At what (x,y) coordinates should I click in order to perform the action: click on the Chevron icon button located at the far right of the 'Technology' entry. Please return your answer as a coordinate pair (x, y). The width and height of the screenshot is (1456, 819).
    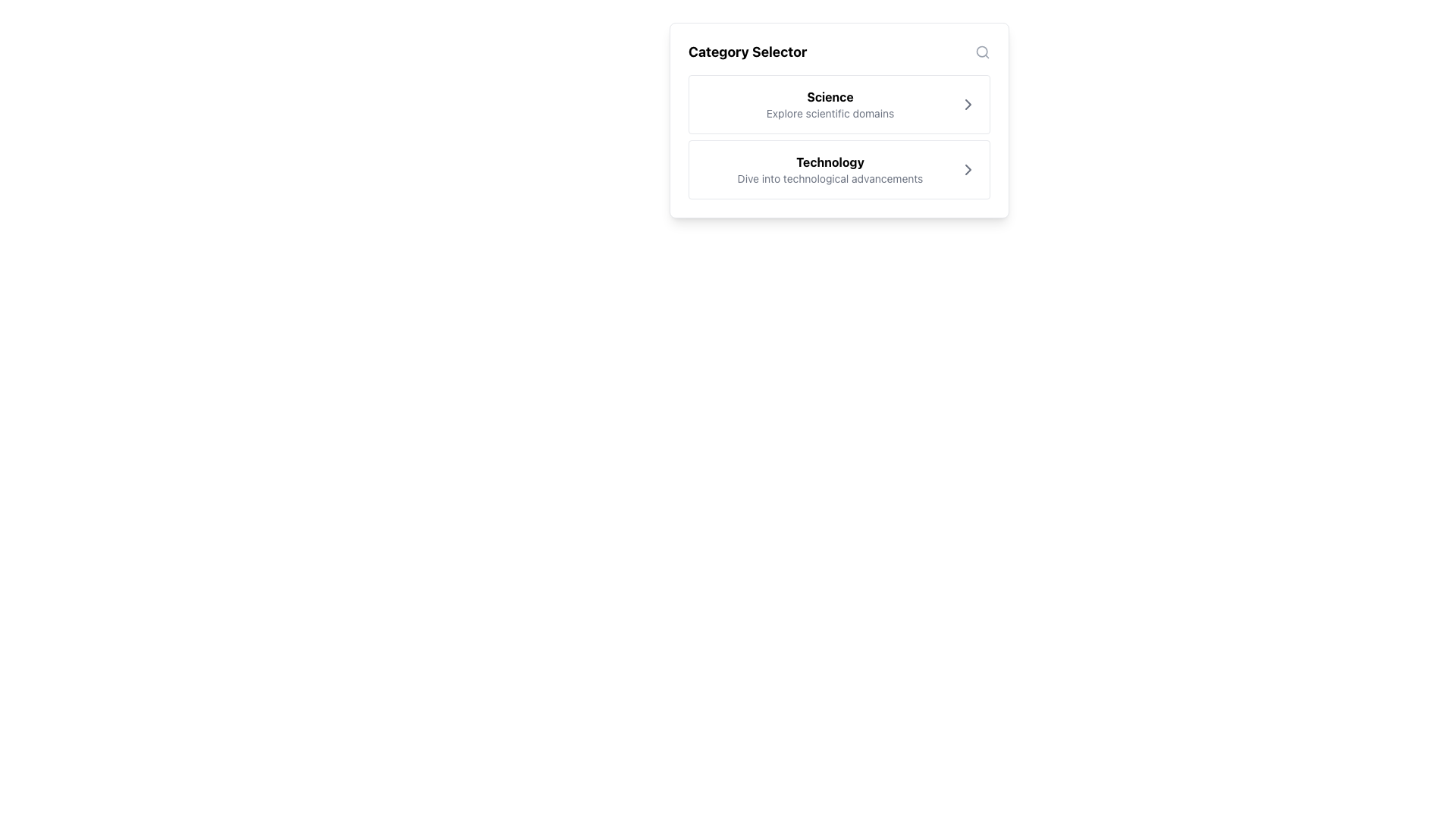
    Looking at the image, I should click on (967, 169).